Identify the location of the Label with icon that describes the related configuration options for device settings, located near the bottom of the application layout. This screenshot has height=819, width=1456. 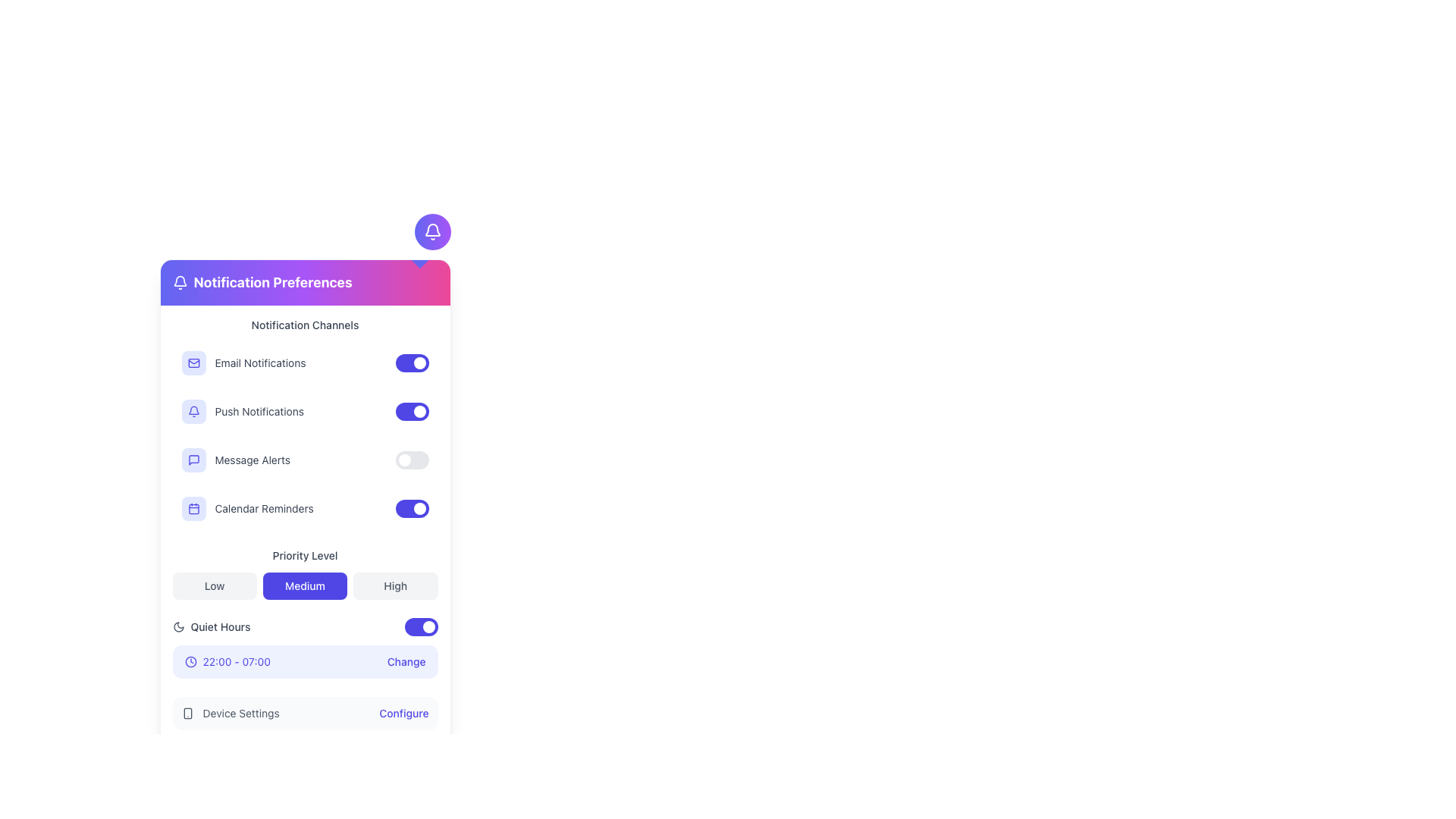
(230, 714).